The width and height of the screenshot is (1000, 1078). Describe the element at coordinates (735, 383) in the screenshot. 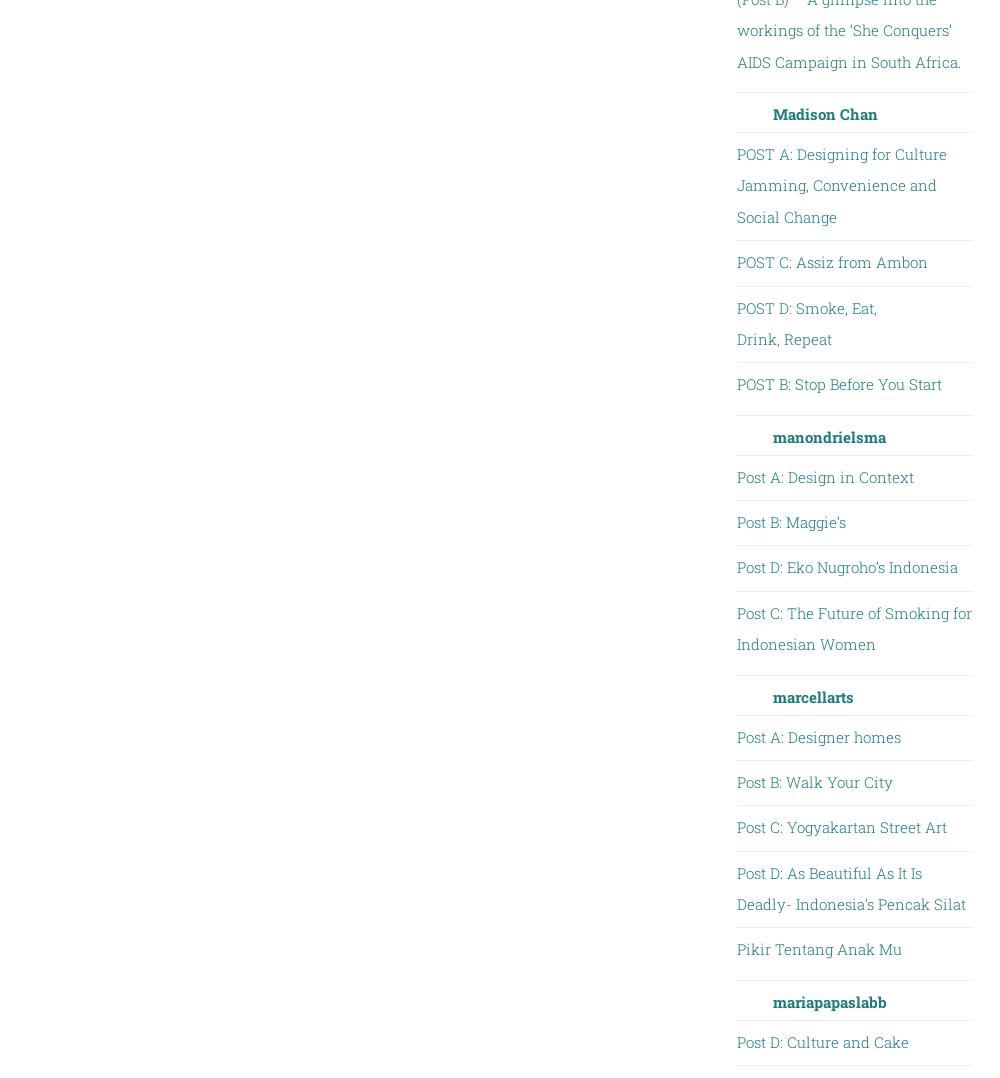

I see `'POST B: Stop Before You Start'` at that location.